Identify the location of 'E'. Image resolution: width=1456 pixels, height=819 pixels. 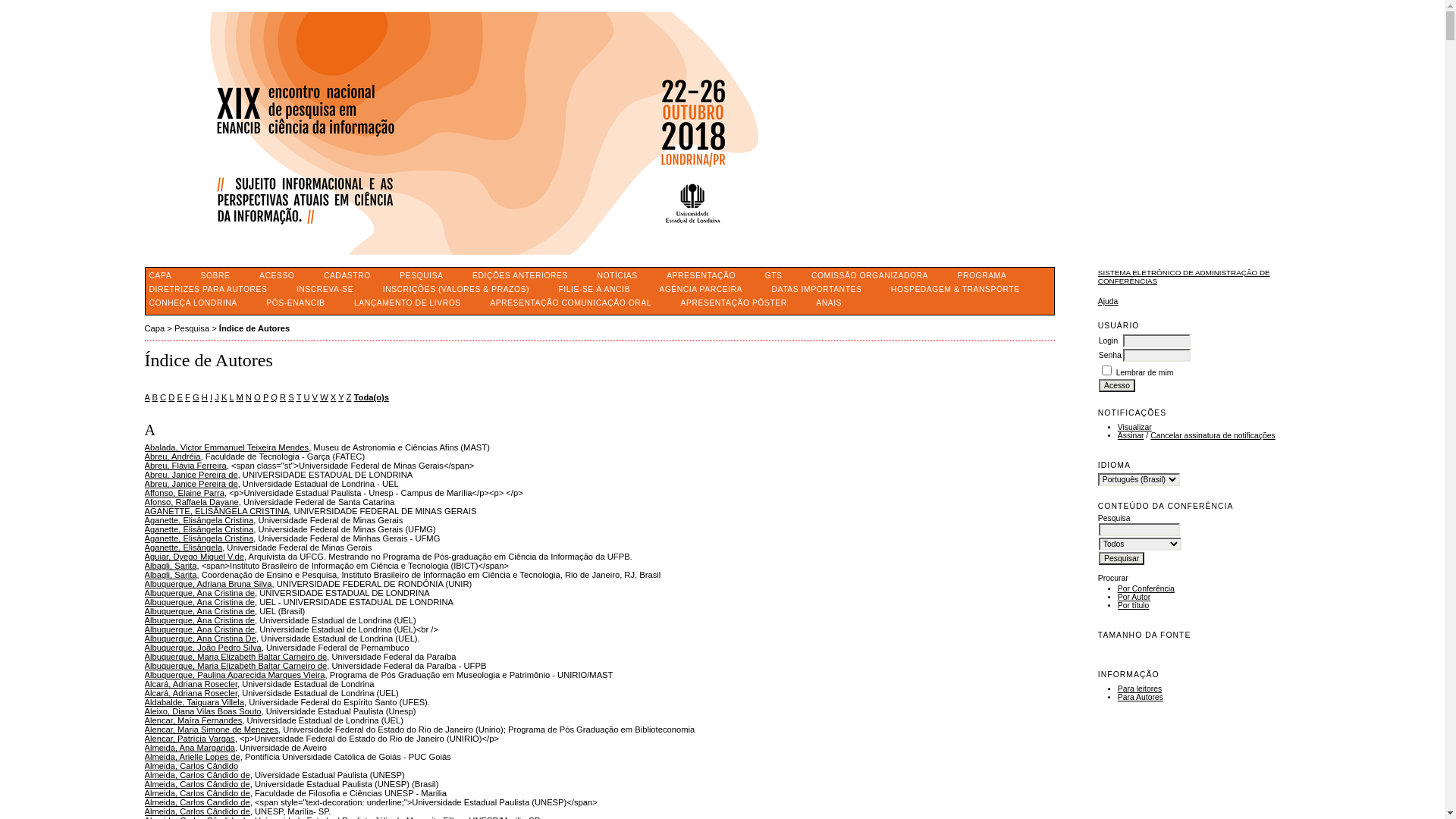
(179, 397).